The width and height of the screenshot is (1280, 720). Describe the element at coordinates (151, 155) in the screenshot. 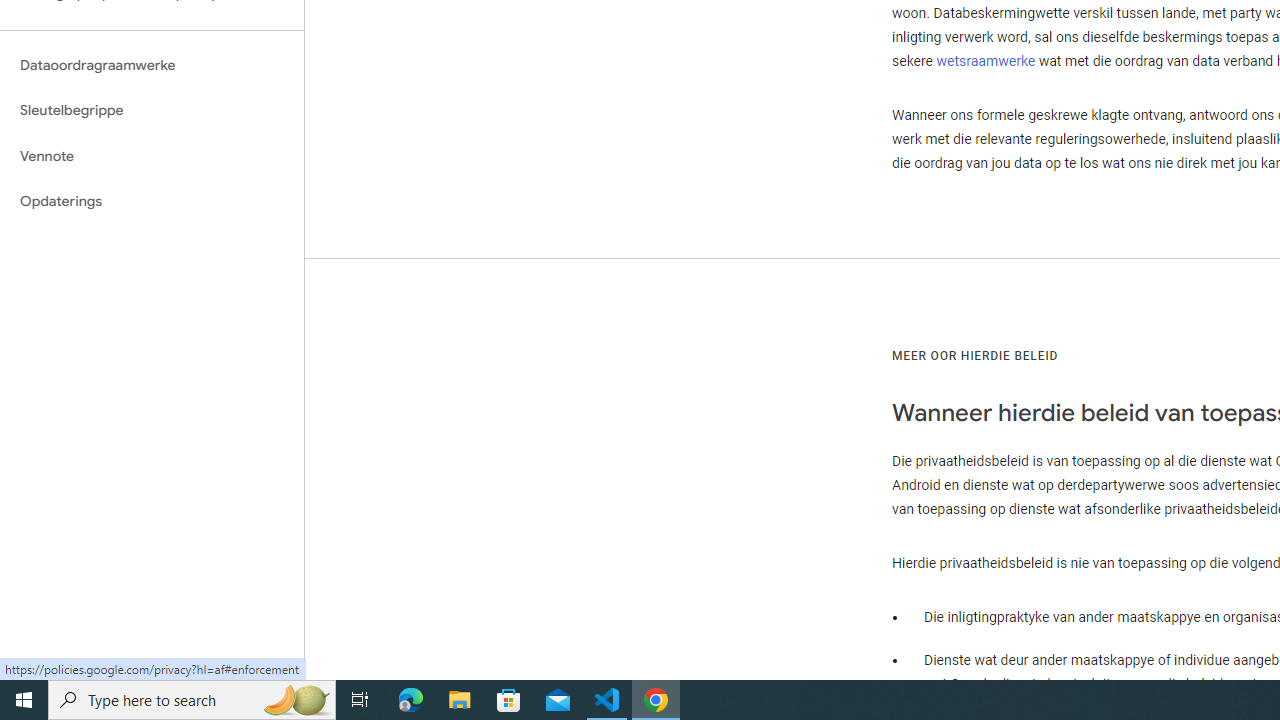

I see `'Vennote'` at that location.